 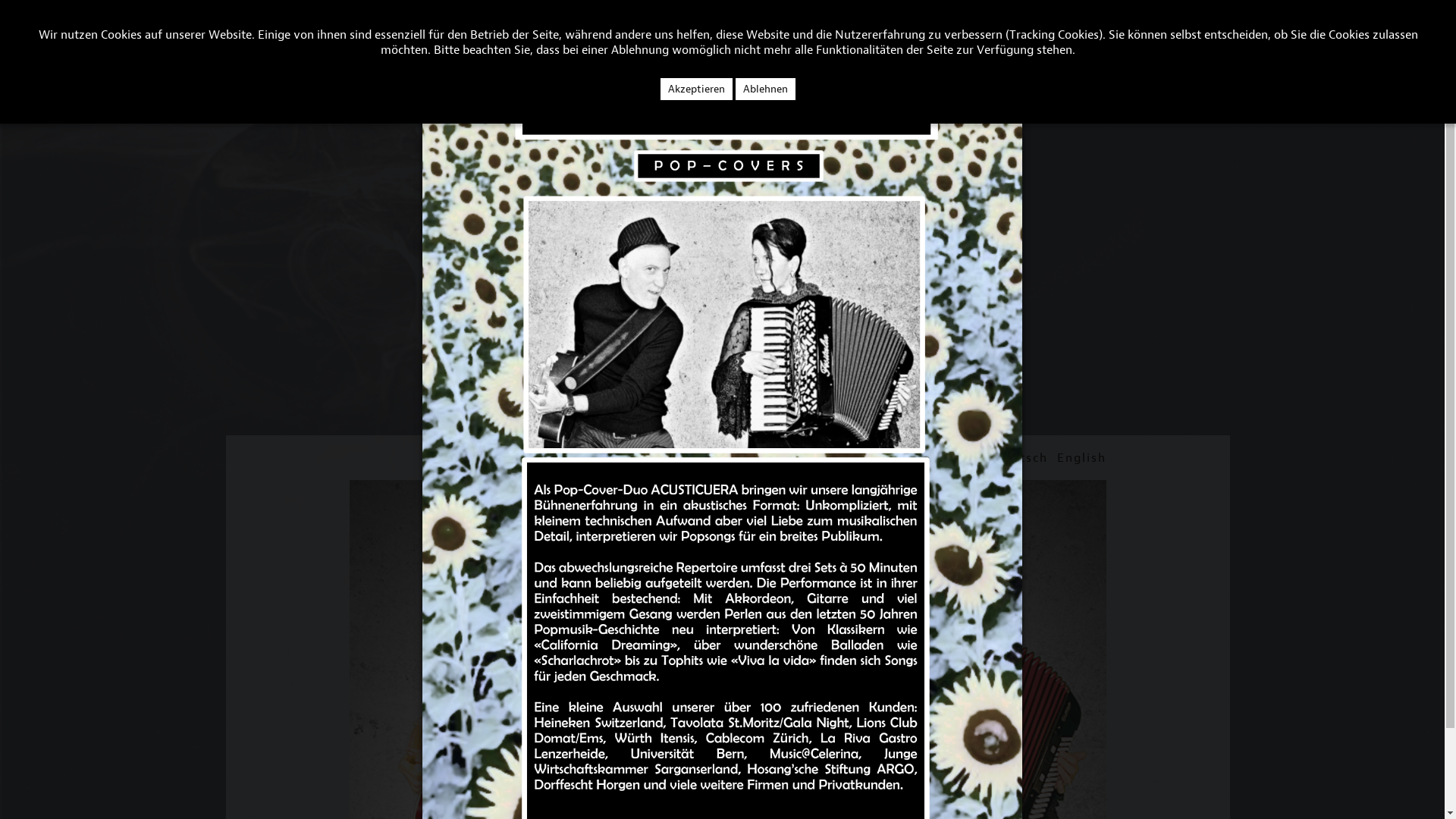 What do you see at coordinates (209, 42) in the screenshot?
I see `'CONTACT'` at bounding box center [209, 42].